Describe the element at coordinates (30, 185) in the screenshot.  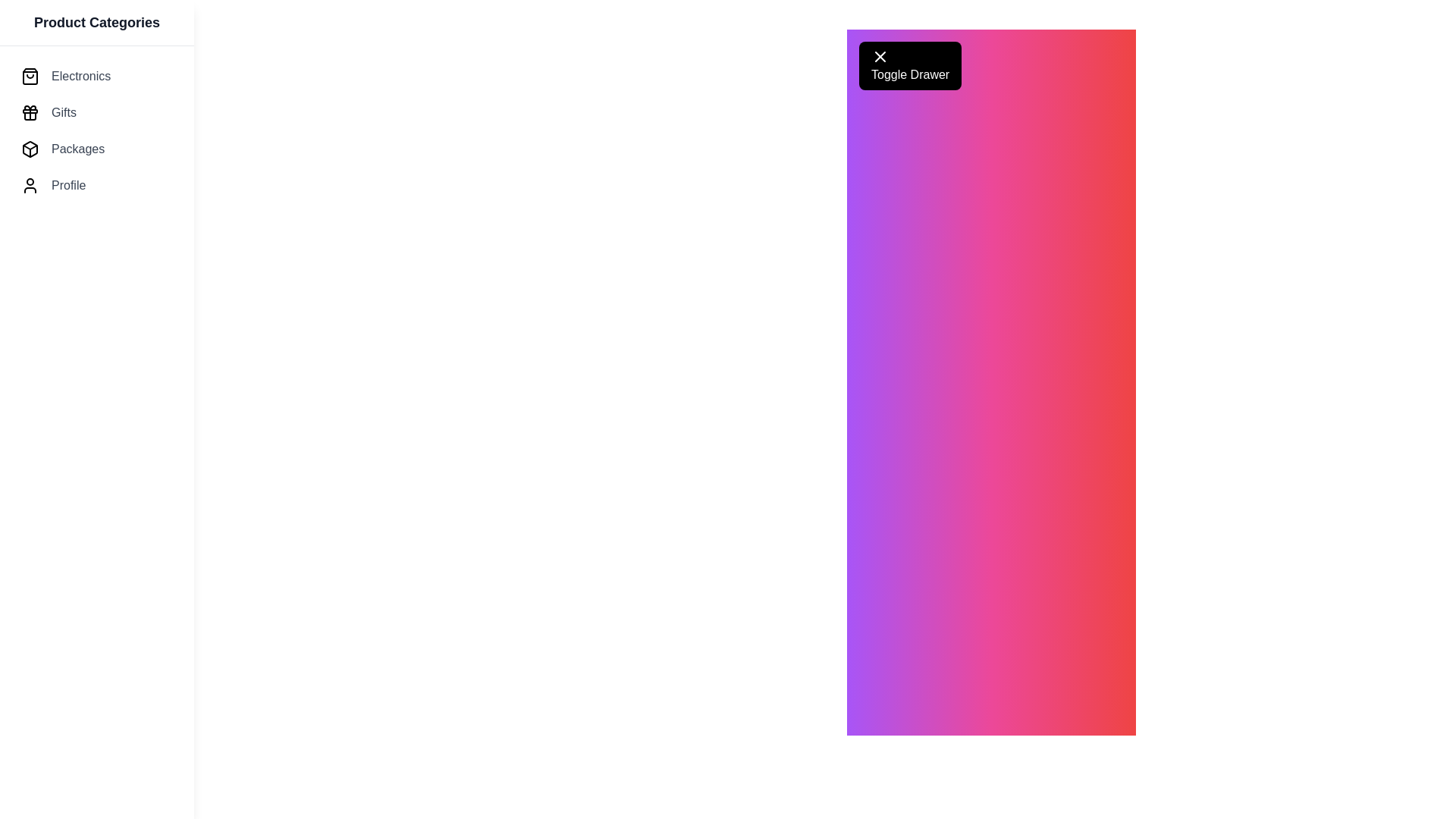
I see `the icon representing the Profile category` at that location.